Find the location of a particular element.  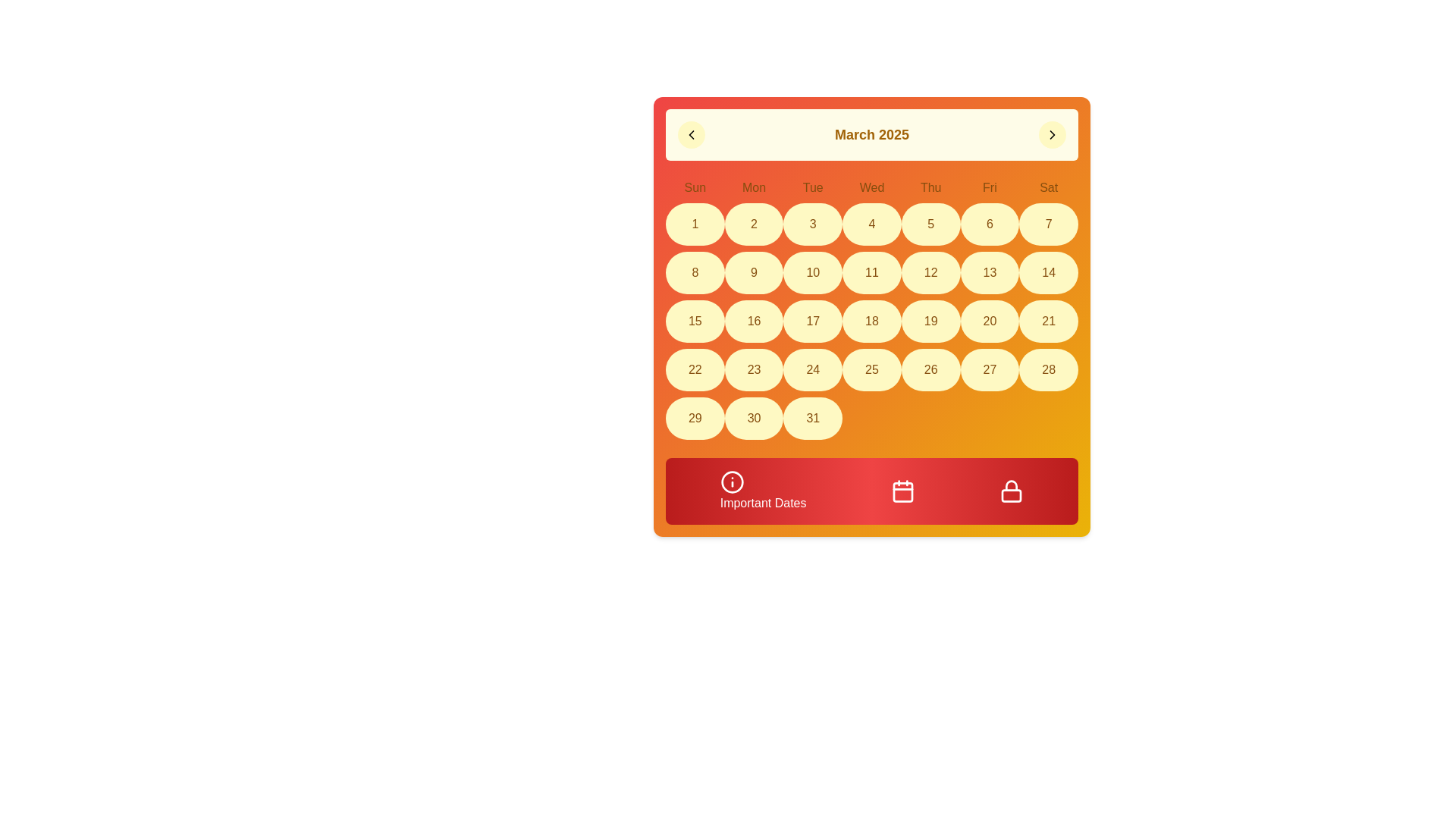

the calendar date button representing the 8th day is located at coordinates (694, 271).